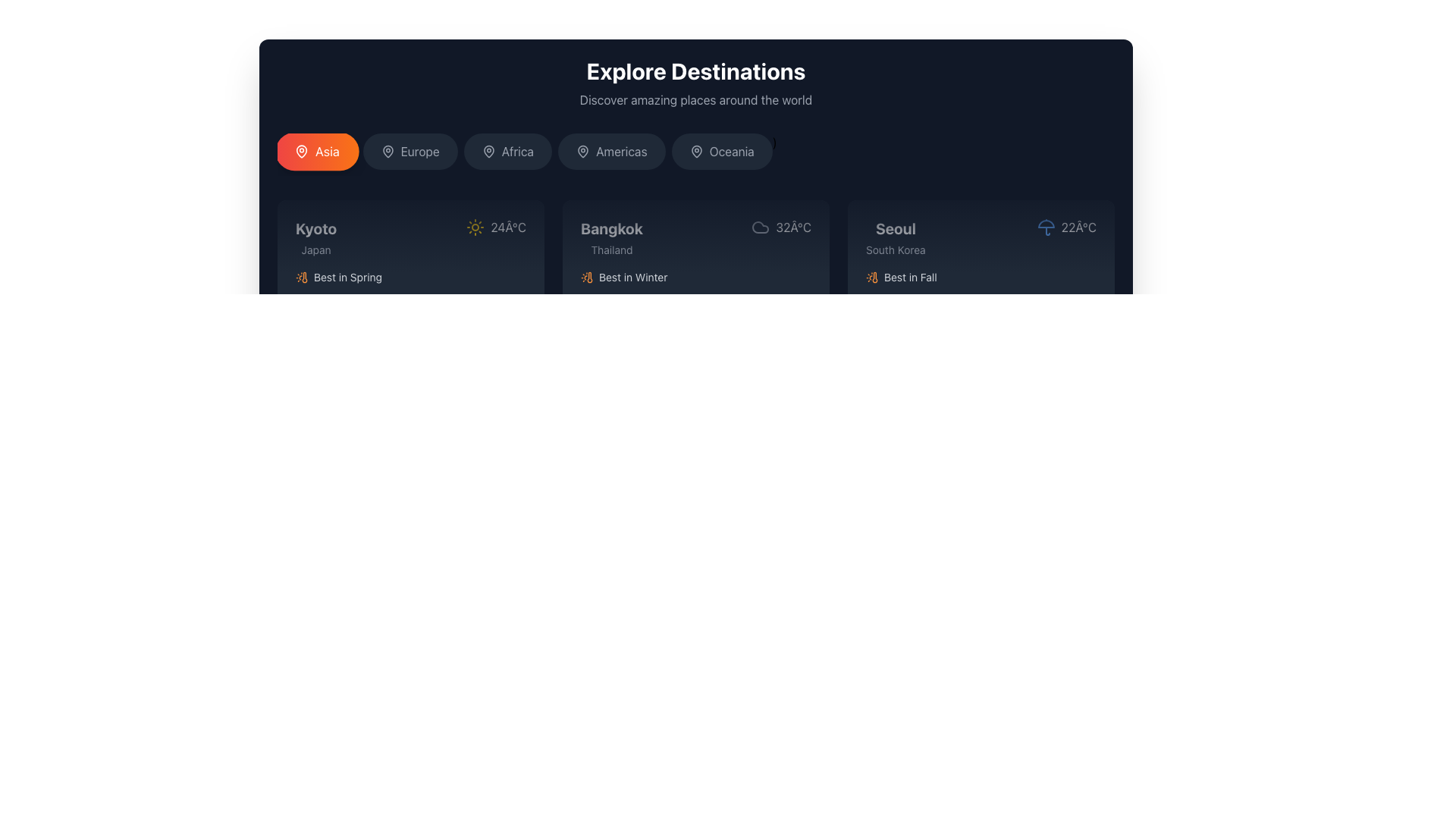 The image size is (1456, 819). What do you see at coordinates (475, 227) in the screenshot?
I see `the sunny weather icon located to the left of the '24°C' temperature in the weather card` at bounding box center [475, 227].